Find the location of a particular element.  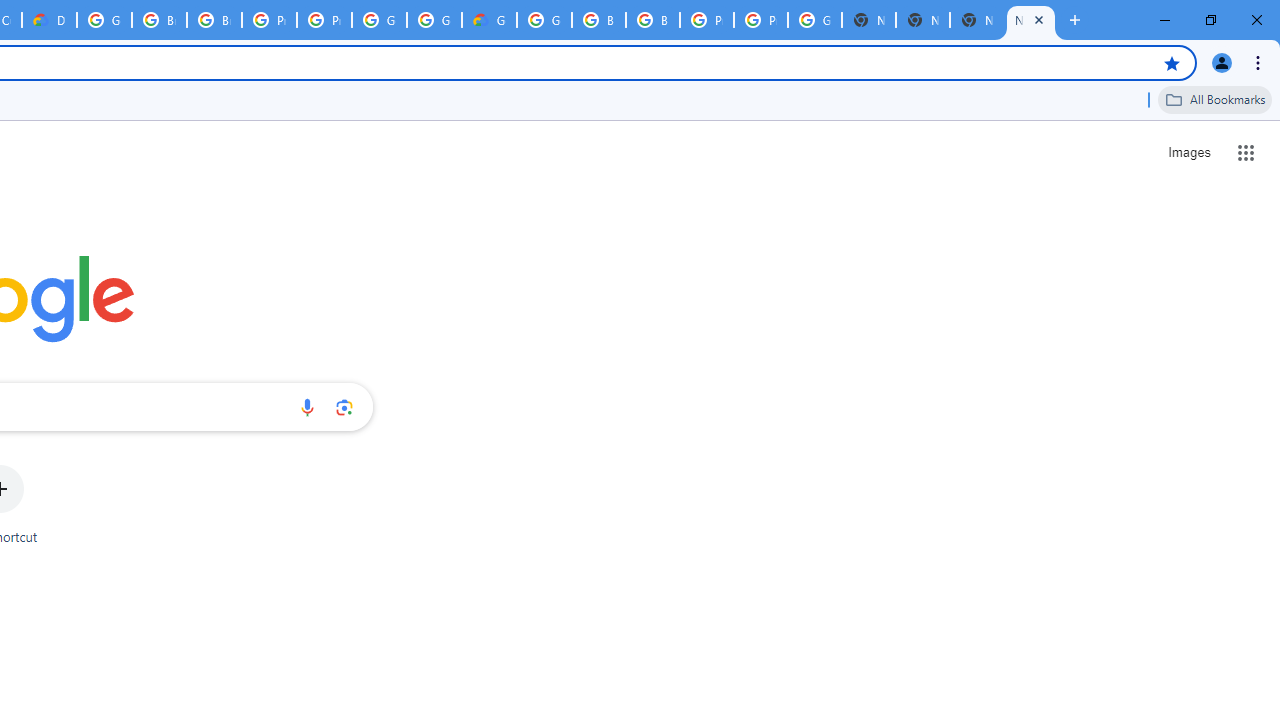

'Browse Chrome as a guest - Computer - Google Chrome Help' is located at coordinates (598, 20).